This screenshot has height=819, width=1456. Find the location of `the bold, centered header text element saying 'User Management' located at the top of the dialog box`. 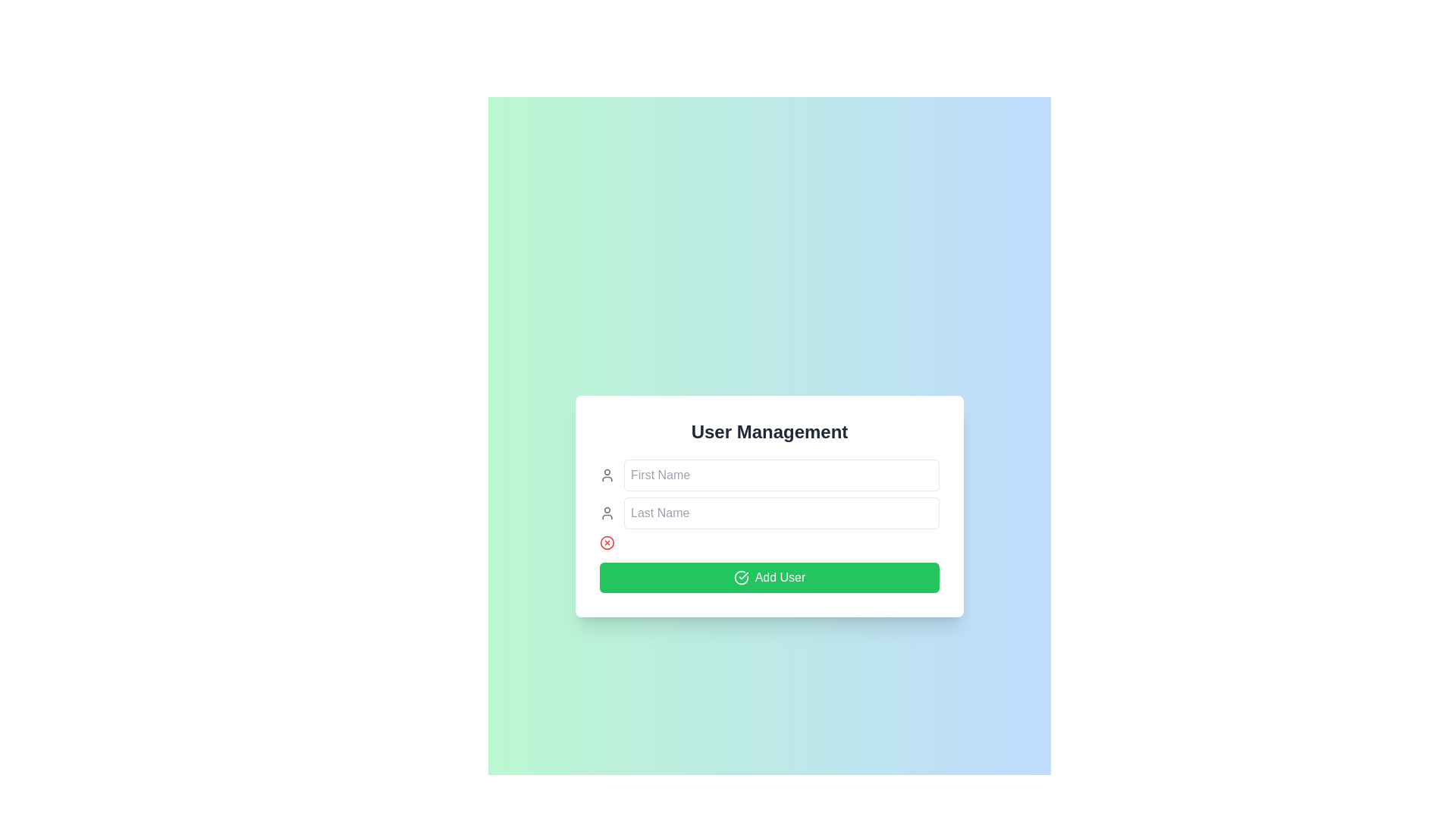

the bold, centered header text element saying 'User Management' located at the top of the dialog box is located at coordinates (769, 432).